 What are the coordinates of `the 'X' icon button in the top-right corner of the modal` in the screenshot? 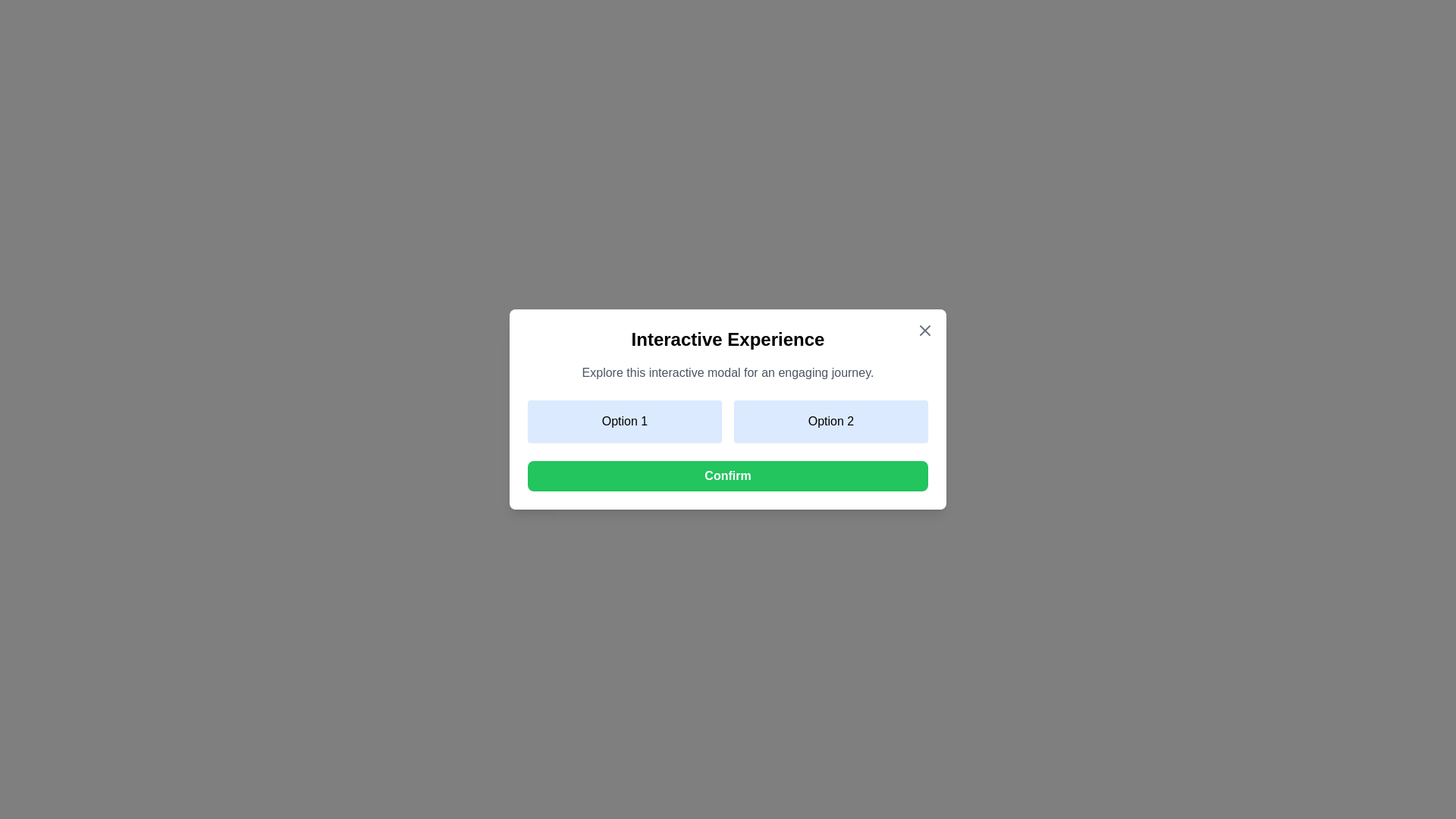 It's located at (924, 329).